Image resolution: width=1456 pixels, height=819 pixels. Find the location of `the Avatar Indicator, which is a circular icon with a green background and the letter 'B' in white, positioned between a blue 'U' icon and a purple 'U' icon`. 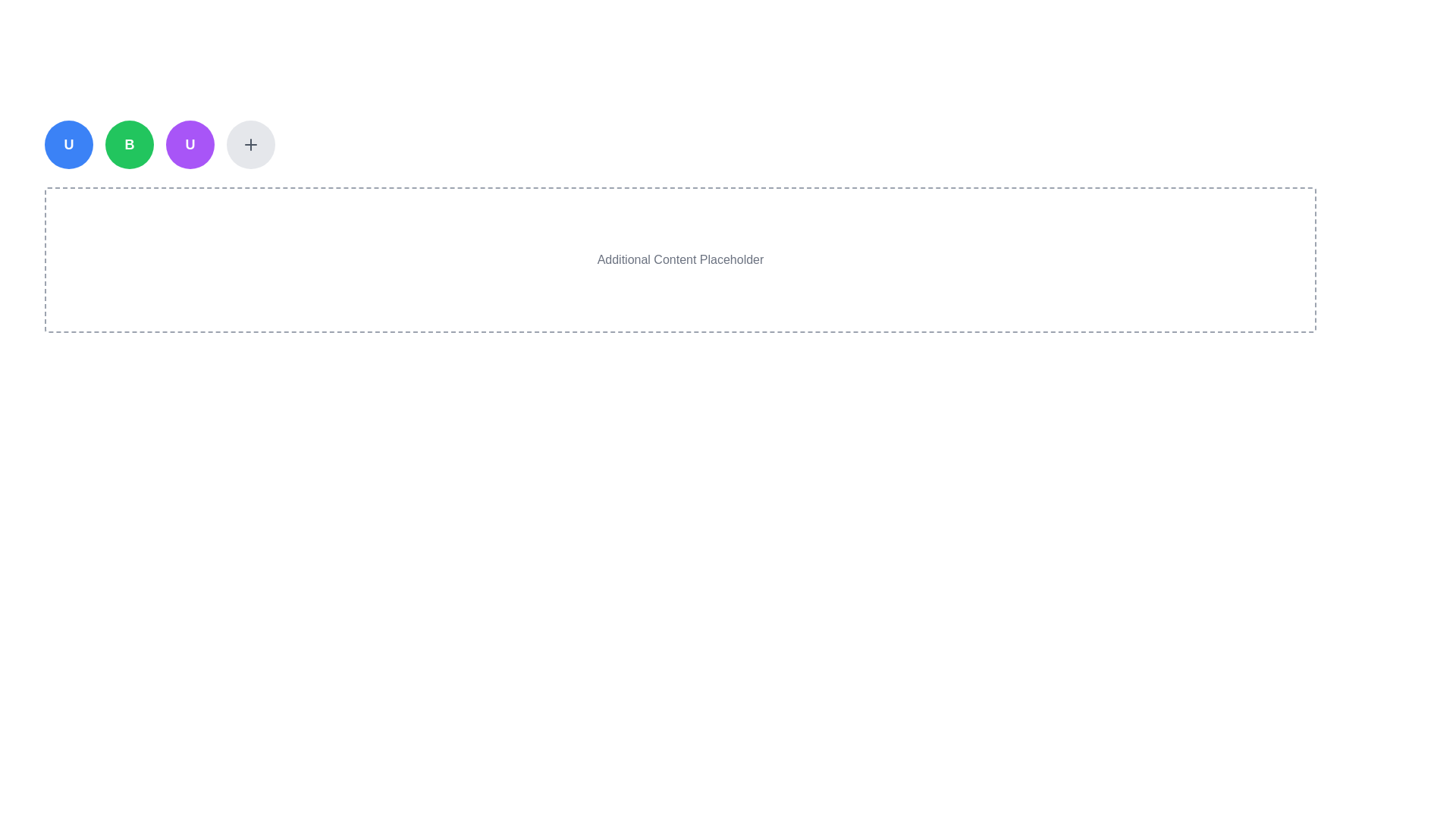

the Avatar Indicator, which is a circular icon with a green background and the letter 'B' in white, positioned between a blue 'U' icon and a purple 'U' icon is located at coordinates (130, 145).